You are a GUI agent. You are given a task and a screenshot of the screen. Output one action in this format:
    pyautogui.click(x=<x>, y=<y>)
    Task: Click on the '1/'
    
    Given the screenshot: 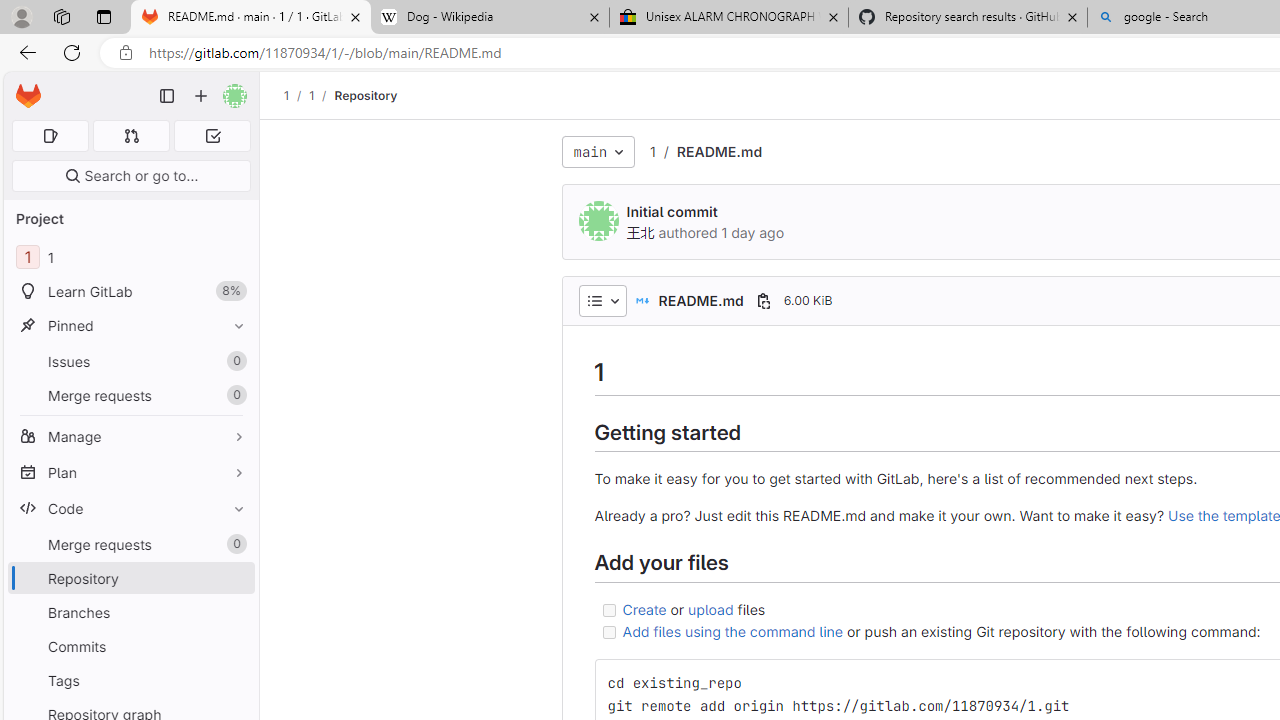 What is the action you would take?
    pyautogui.click(x=321, y=95)
    